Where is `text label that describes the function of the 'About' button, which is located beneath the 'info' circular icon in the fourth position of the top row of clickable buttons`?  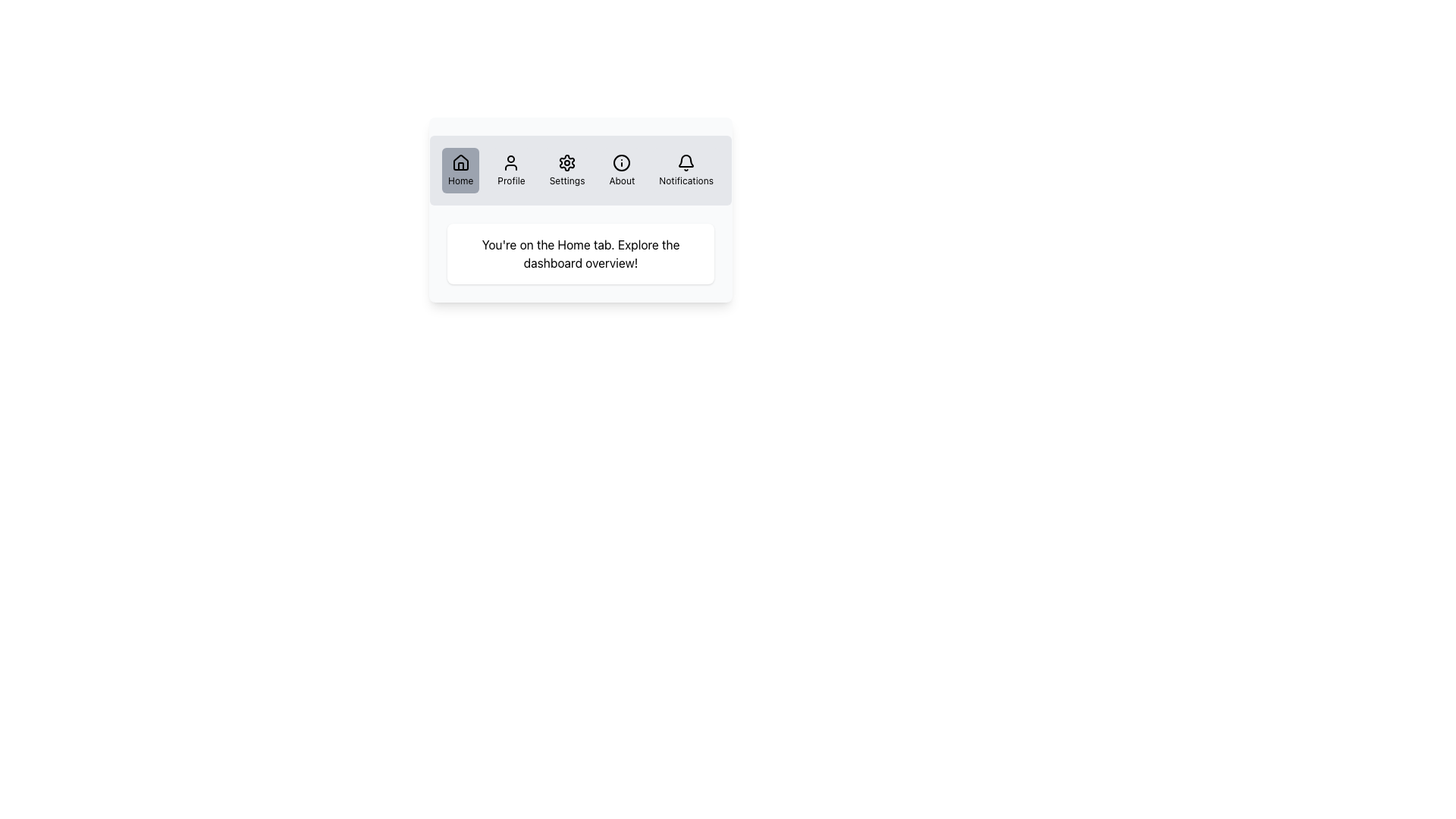 text label that describes the function of the 'About' button, which is located beneath the 'info' circular icon in the fourth position of the top row of clickable buttons is located at coordinates (622, 180).